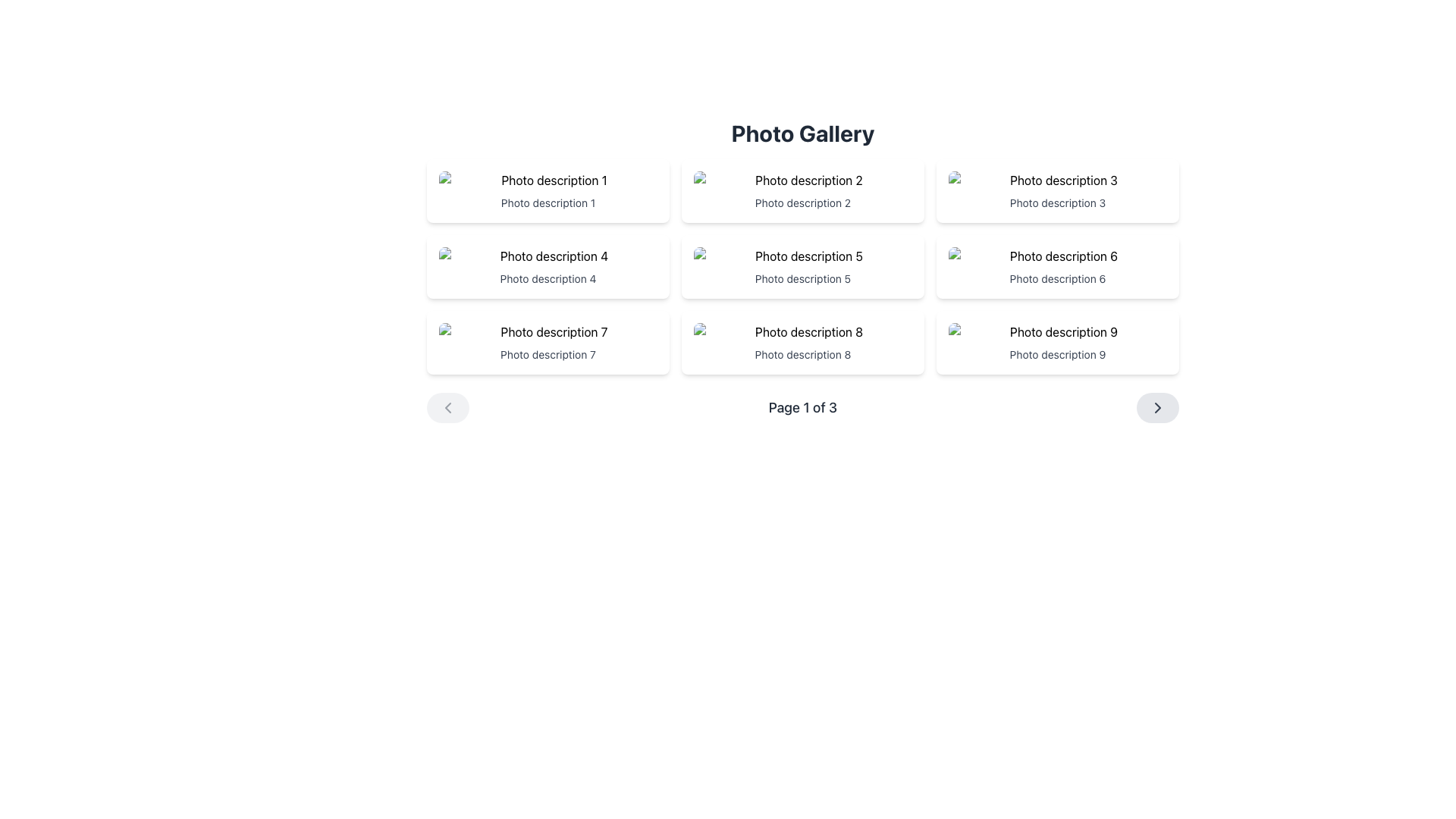 The width and height of the screenshot is (1456, 819). What do you see at coordinates (802, 133) in the screenshot?
I see `the text label that serves as the title for the photo gallery section, which is located centrally at the top of the interface` at bounding box center [802, 133].